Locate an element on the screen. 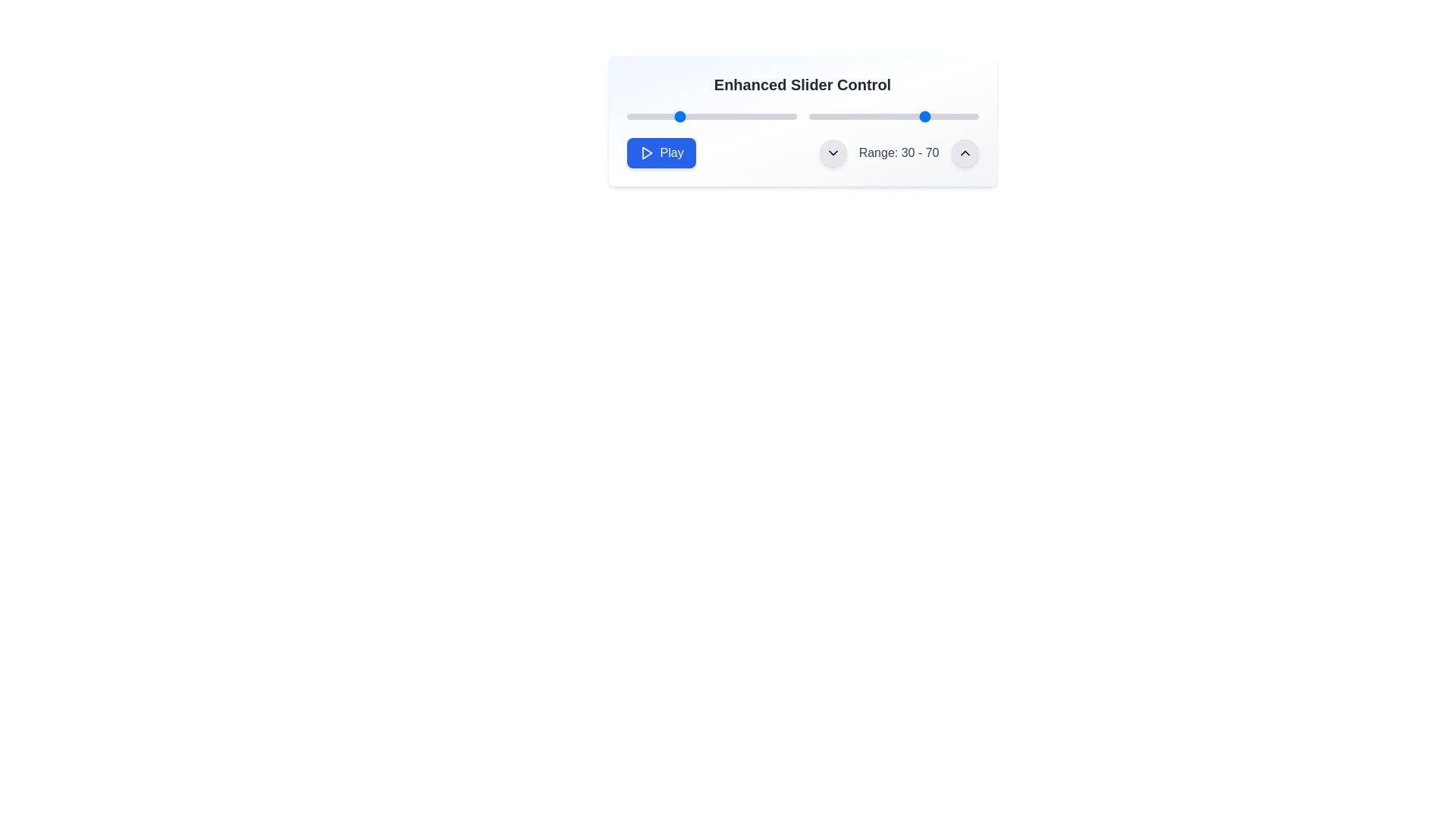 Image resolution: width=1456 pixels, height=819 pixels. the slider value is located at coordinates (872, 116).